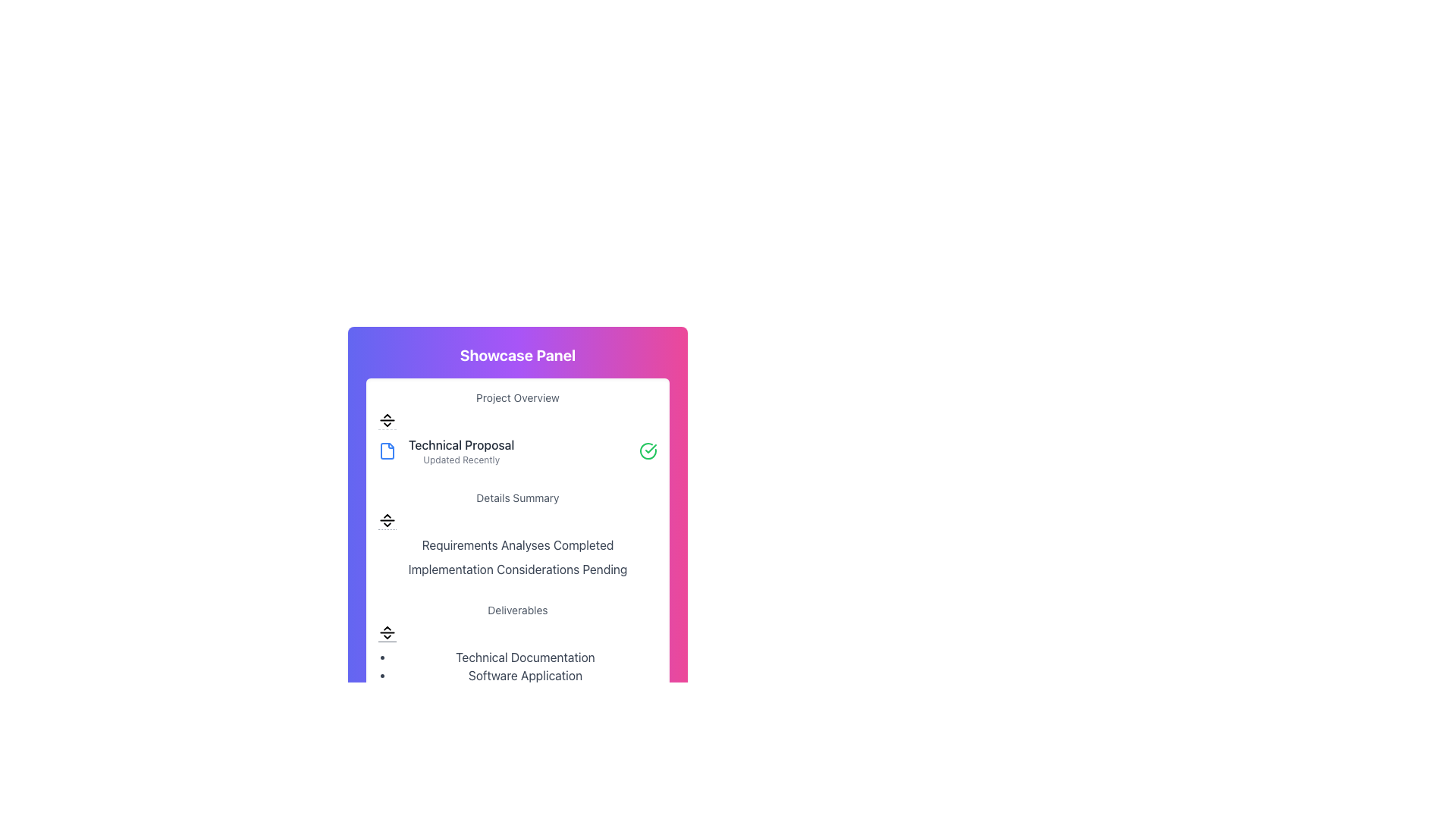  Describe the element at coordinates (517, 497) in the screenshot. I see `the static text element that serves as a descriptor for the information near it, located beneath the 'Technical Proposal' section` at that location.